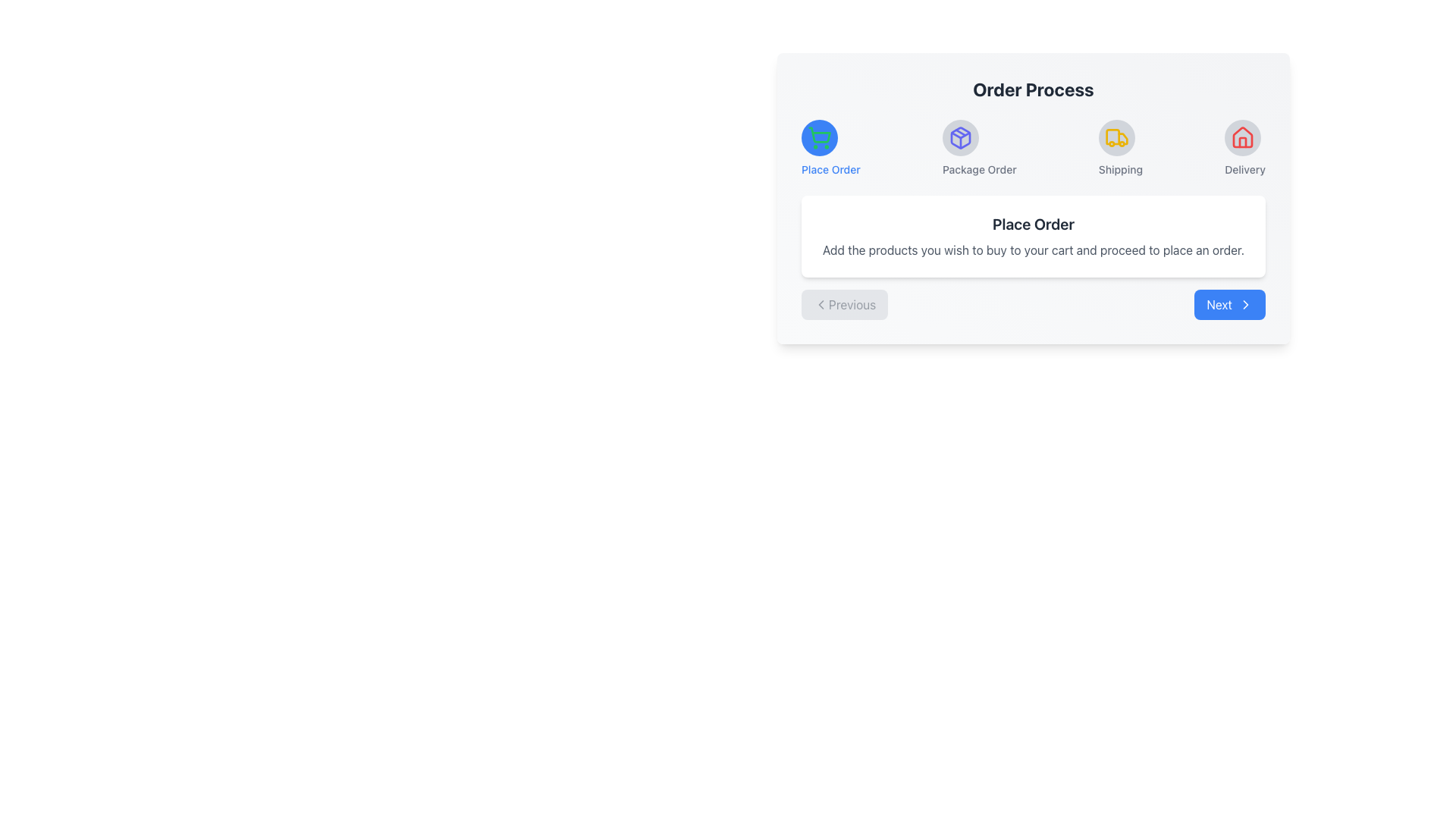  I want to click on the icon that visually reinforces proceeding to the next step, located at the far right of the 'Next' button in the bottom right corner of the interface, so click(1245, 304).